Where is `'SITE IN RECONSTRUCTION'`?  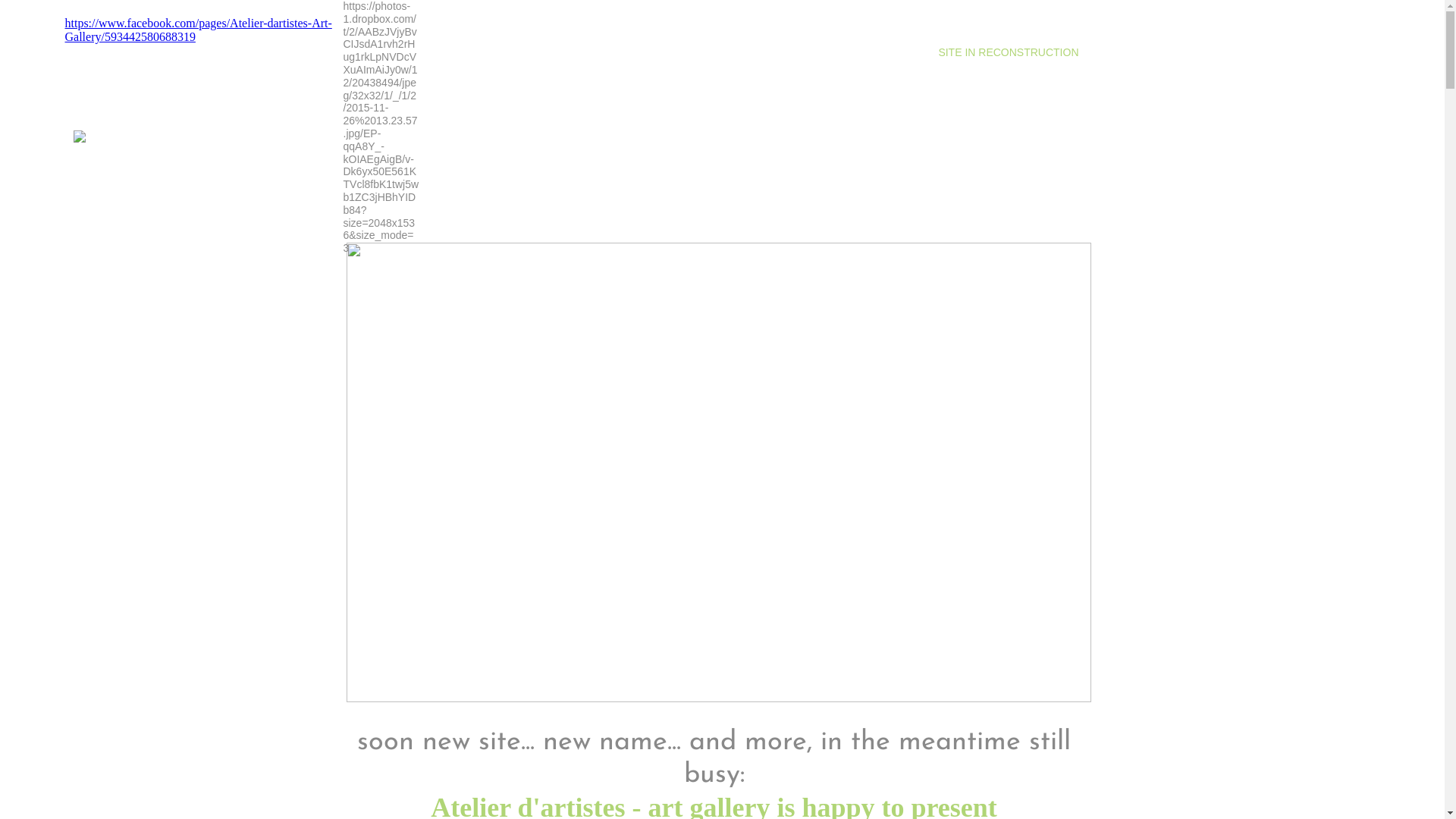
'SITE IN RECONSTRUCTION' is located at coordinates (1008, 52).